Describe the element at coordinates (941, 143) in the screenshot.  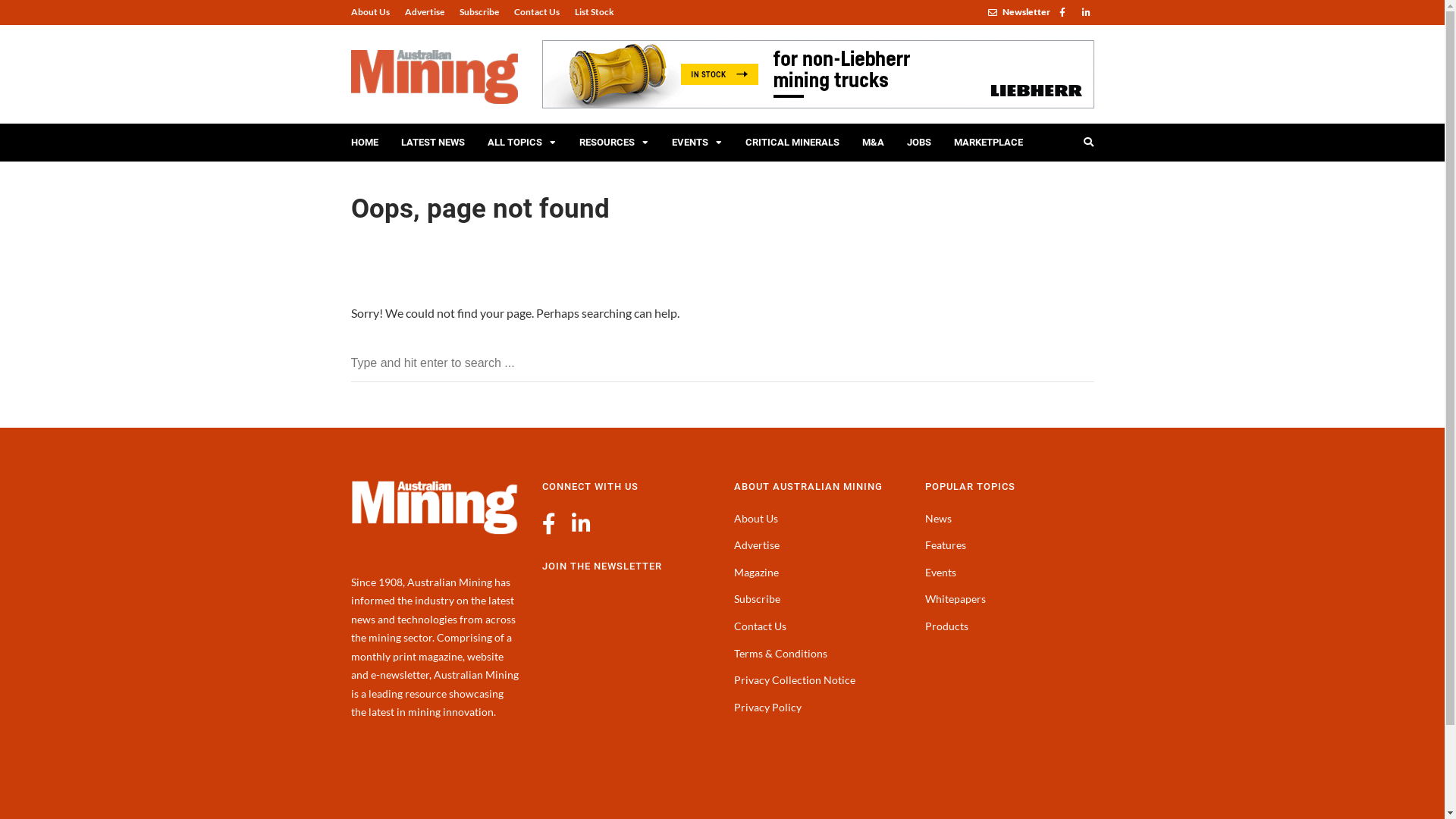
I see `'MARKETPLACE'` at that location.